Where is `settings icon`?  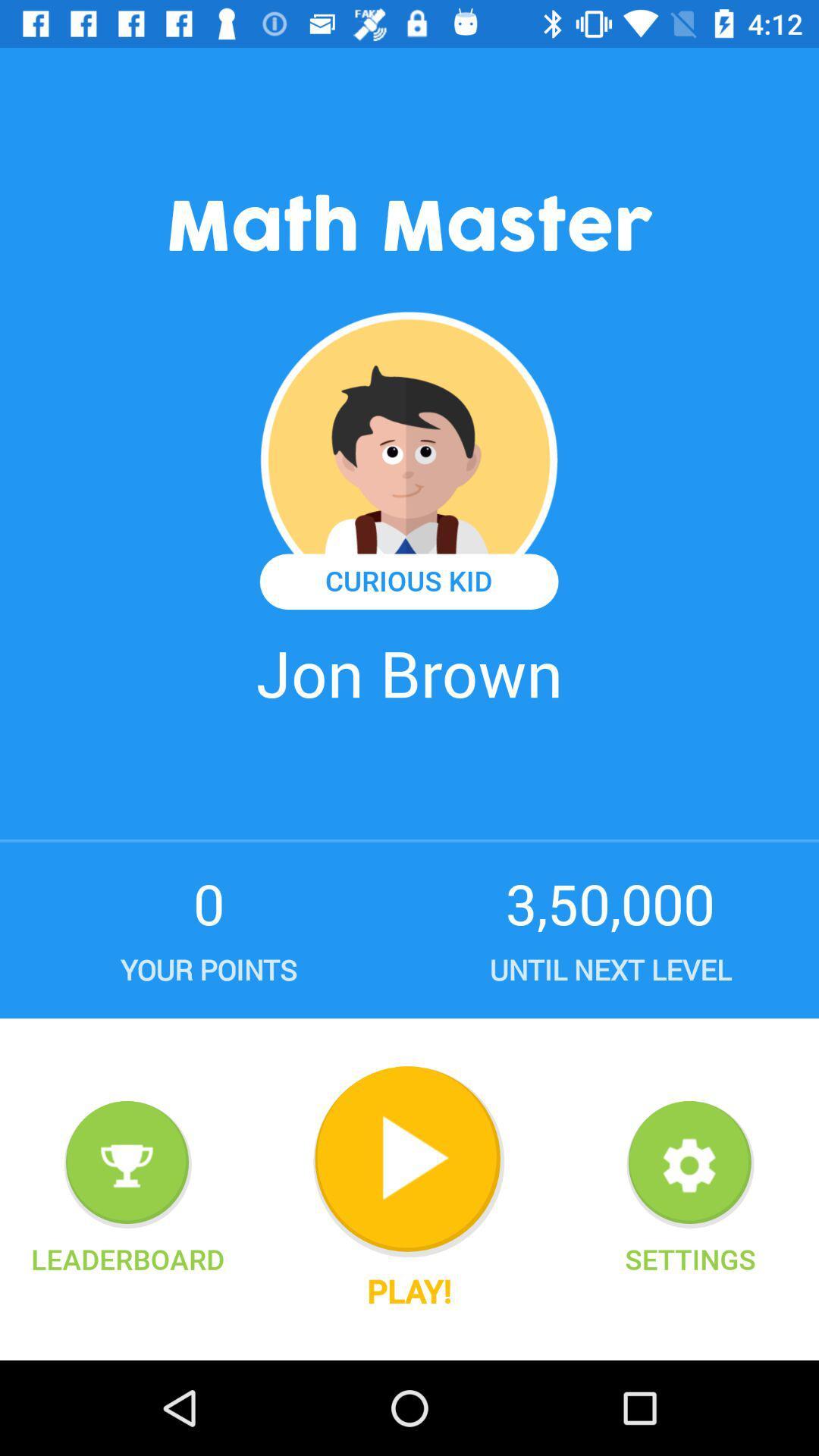
settings icon is located at coordinates (690, 1259).